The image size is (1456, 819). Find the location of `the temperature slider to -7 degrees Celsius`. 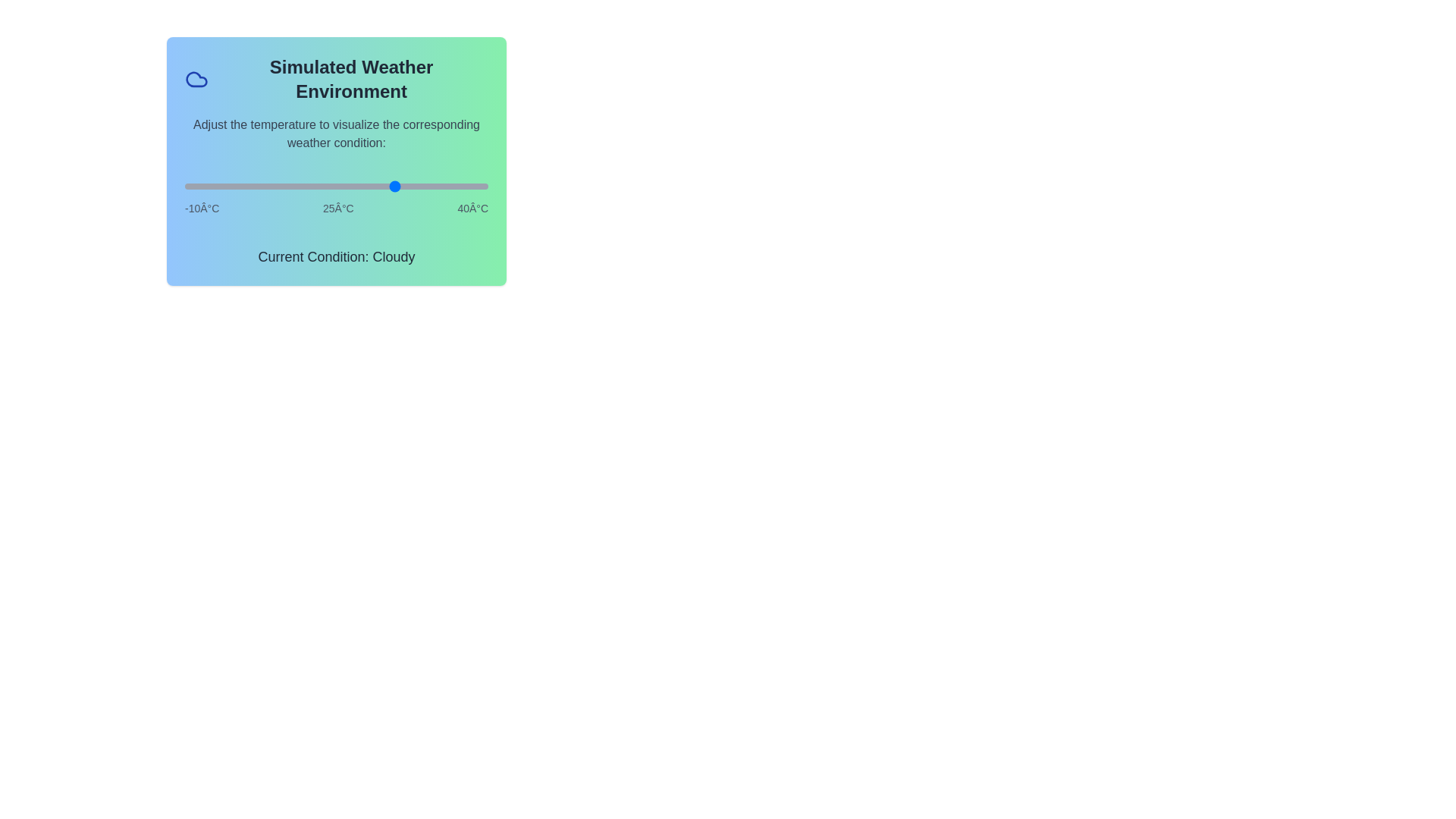

the temperature slider to -7 degrees Celsius is located at coordinates (202, 186).